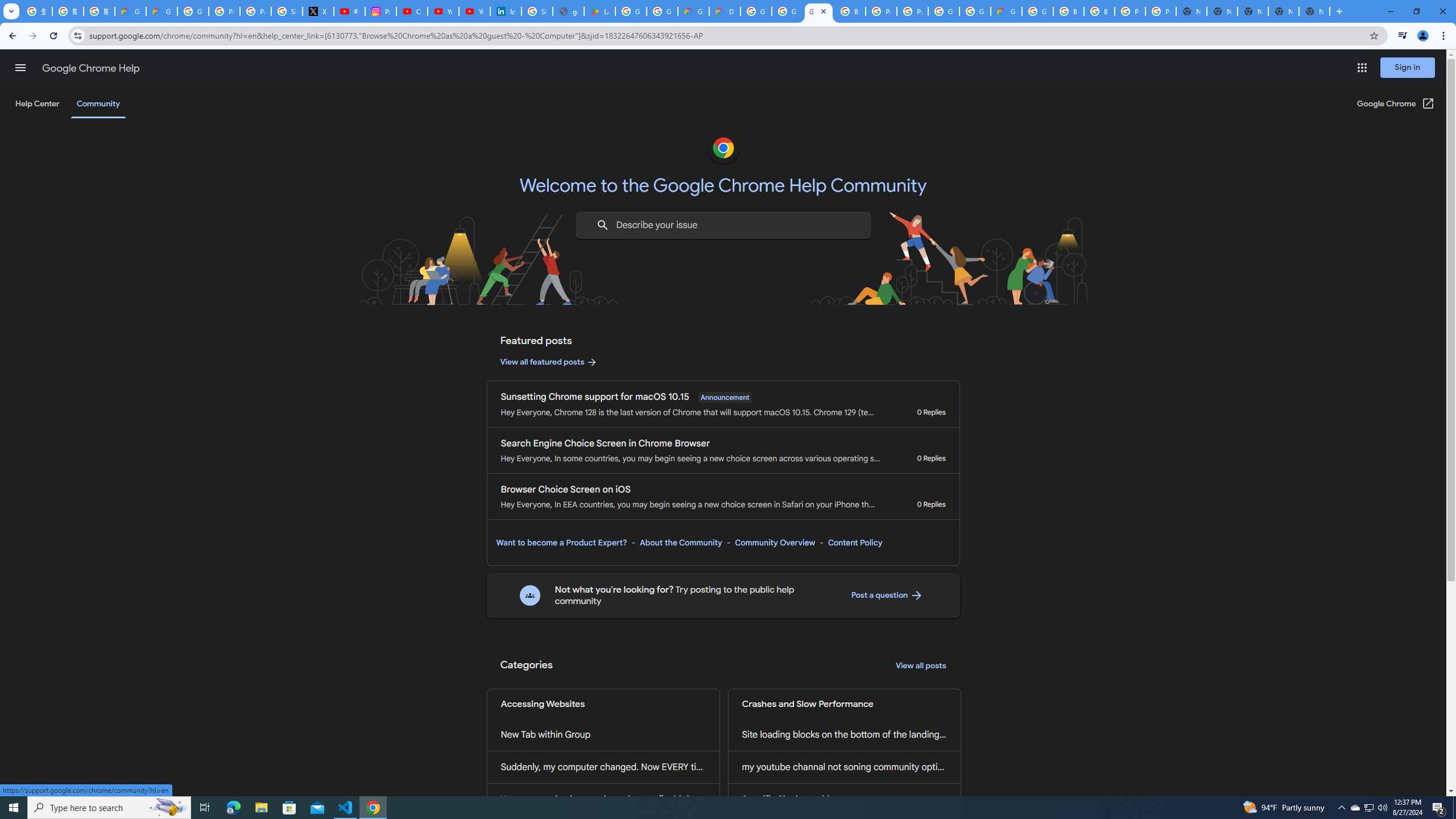  I want to click on 'Back', so click(11, 35).